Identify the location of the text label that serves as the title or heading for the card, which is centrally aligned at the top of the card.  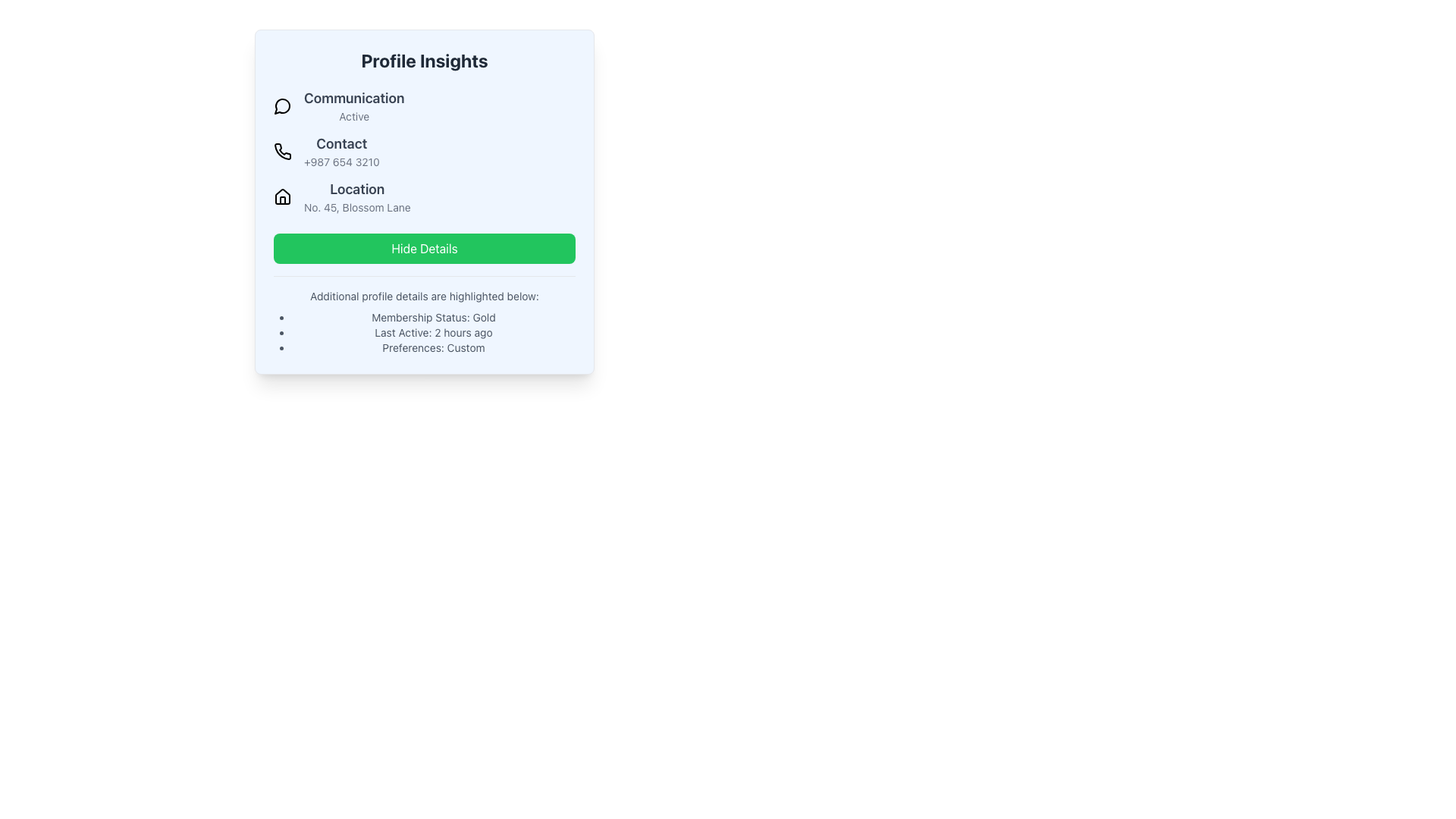
(425, 60).